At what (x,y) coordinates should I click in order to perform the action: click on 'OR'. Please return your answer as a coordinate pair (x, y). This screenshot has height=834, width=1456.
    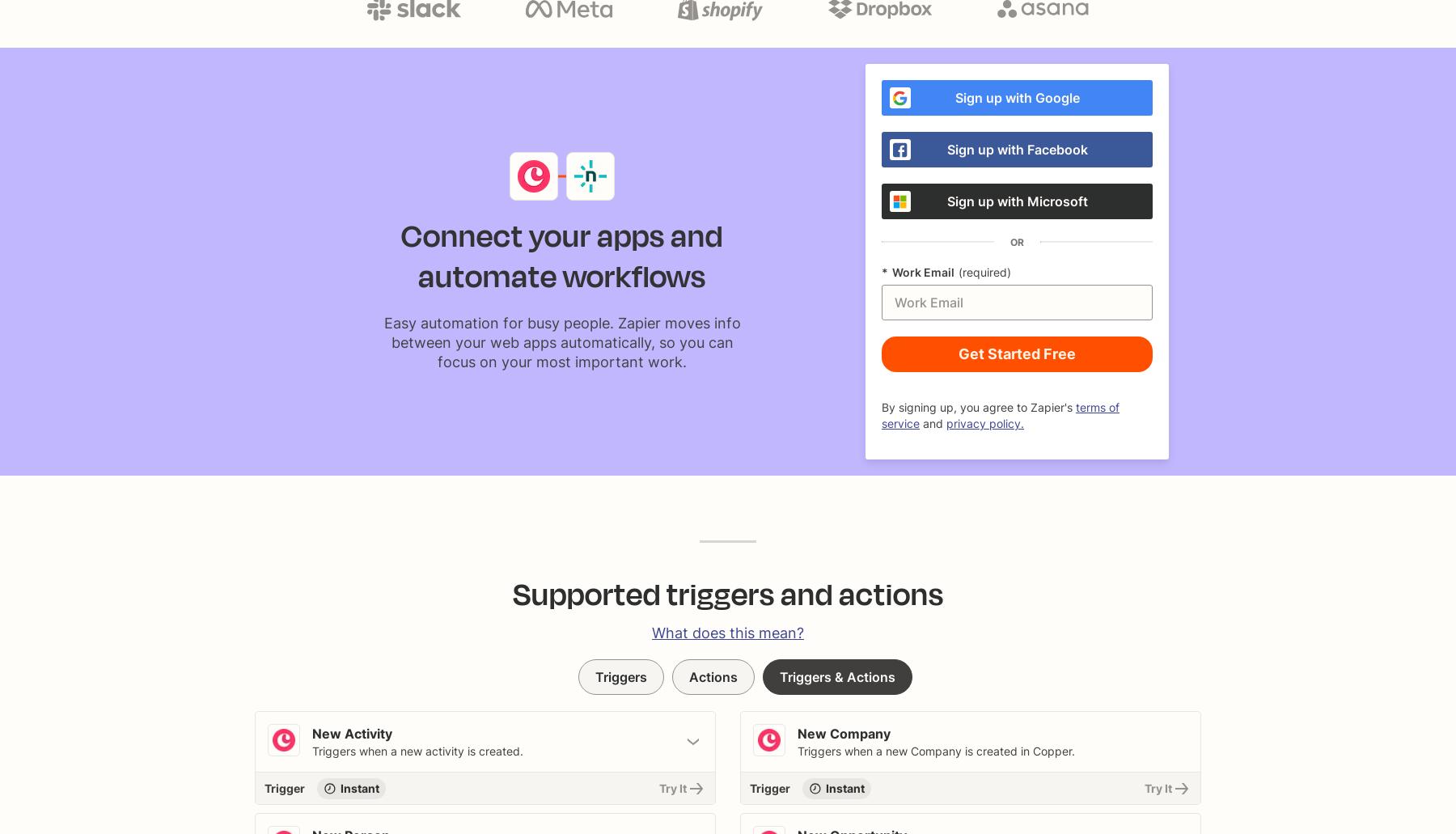
    Looking at the image, I should click on (1017, 241).